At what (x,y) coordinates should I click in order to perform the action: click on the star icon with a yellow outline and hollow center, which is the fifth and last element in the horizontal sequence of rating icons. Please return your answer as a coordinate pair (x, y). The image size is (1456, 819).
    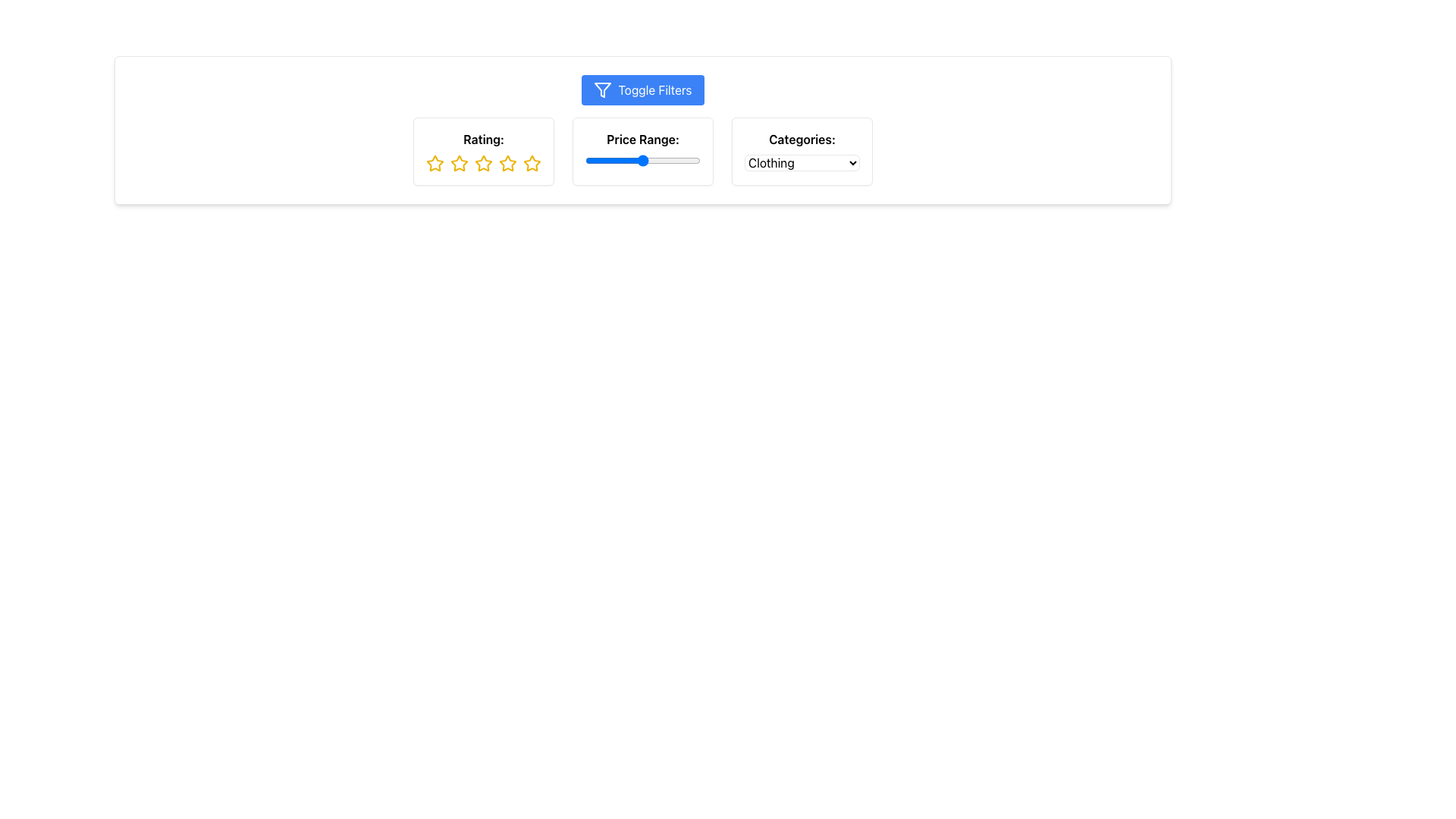
    Looking at the image, I should click on (532, 163).